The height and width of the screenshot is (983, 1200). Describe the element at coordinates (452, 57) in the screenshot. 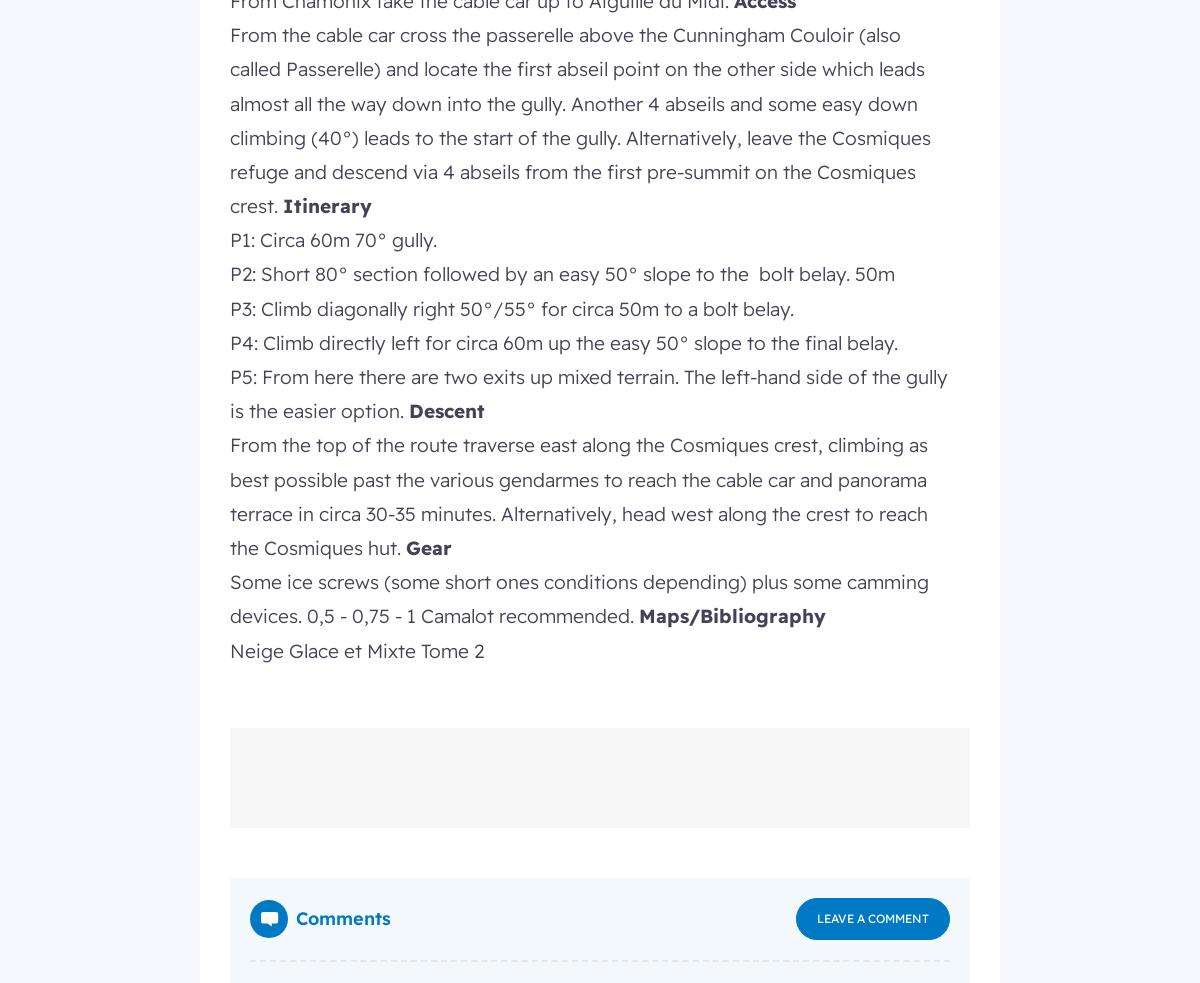

I see `'Freeride'` at that location.